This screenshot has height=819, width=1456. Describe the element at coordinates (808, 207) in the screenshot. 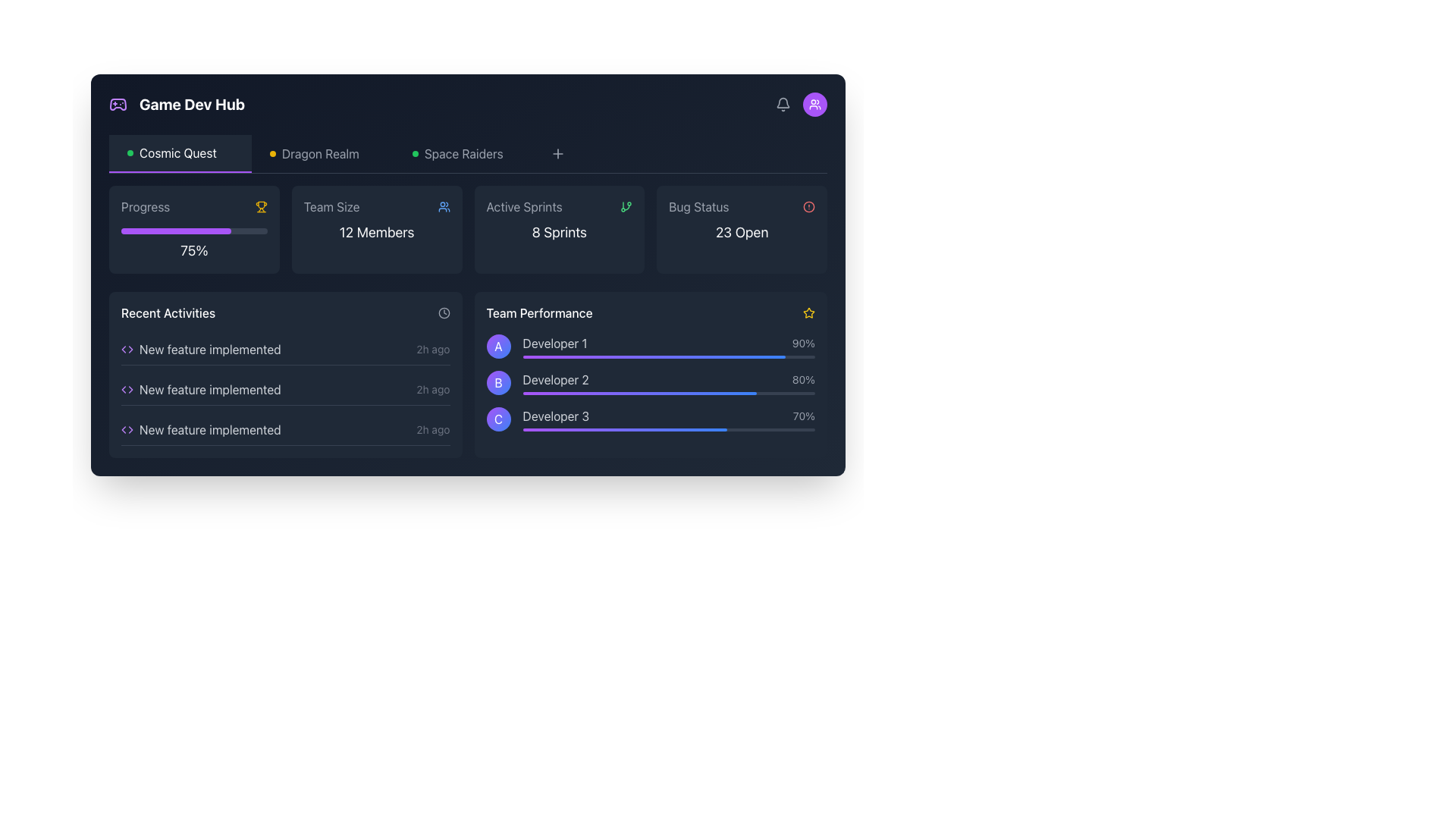

I see `the warning icon located at the right end of the 'Bug Status' section, adjacent to '23 Open', to check its alert representation` at that location.